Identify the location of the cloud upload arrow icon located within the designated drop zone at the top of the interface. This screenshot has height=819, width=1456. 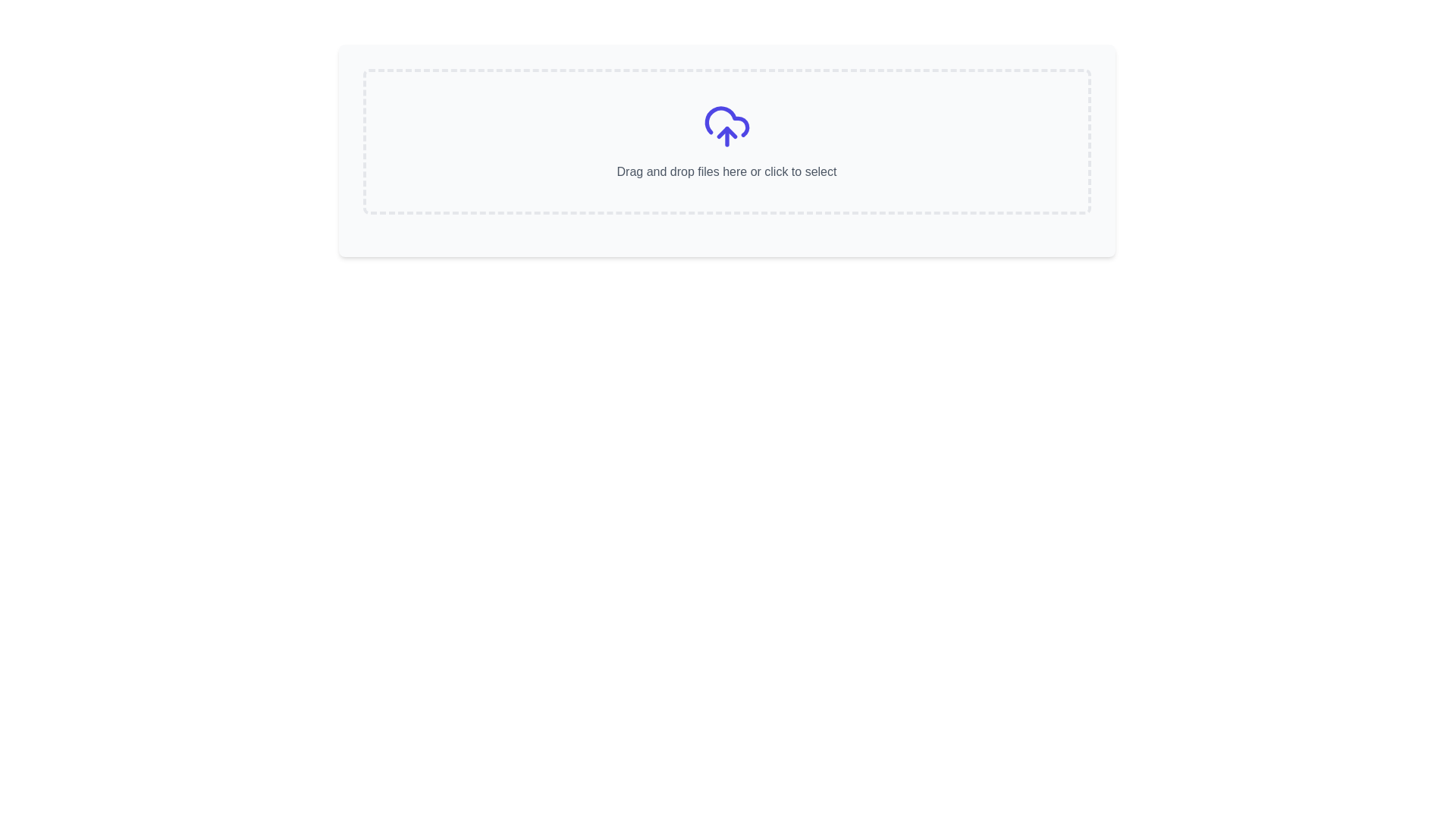
(726, 131).